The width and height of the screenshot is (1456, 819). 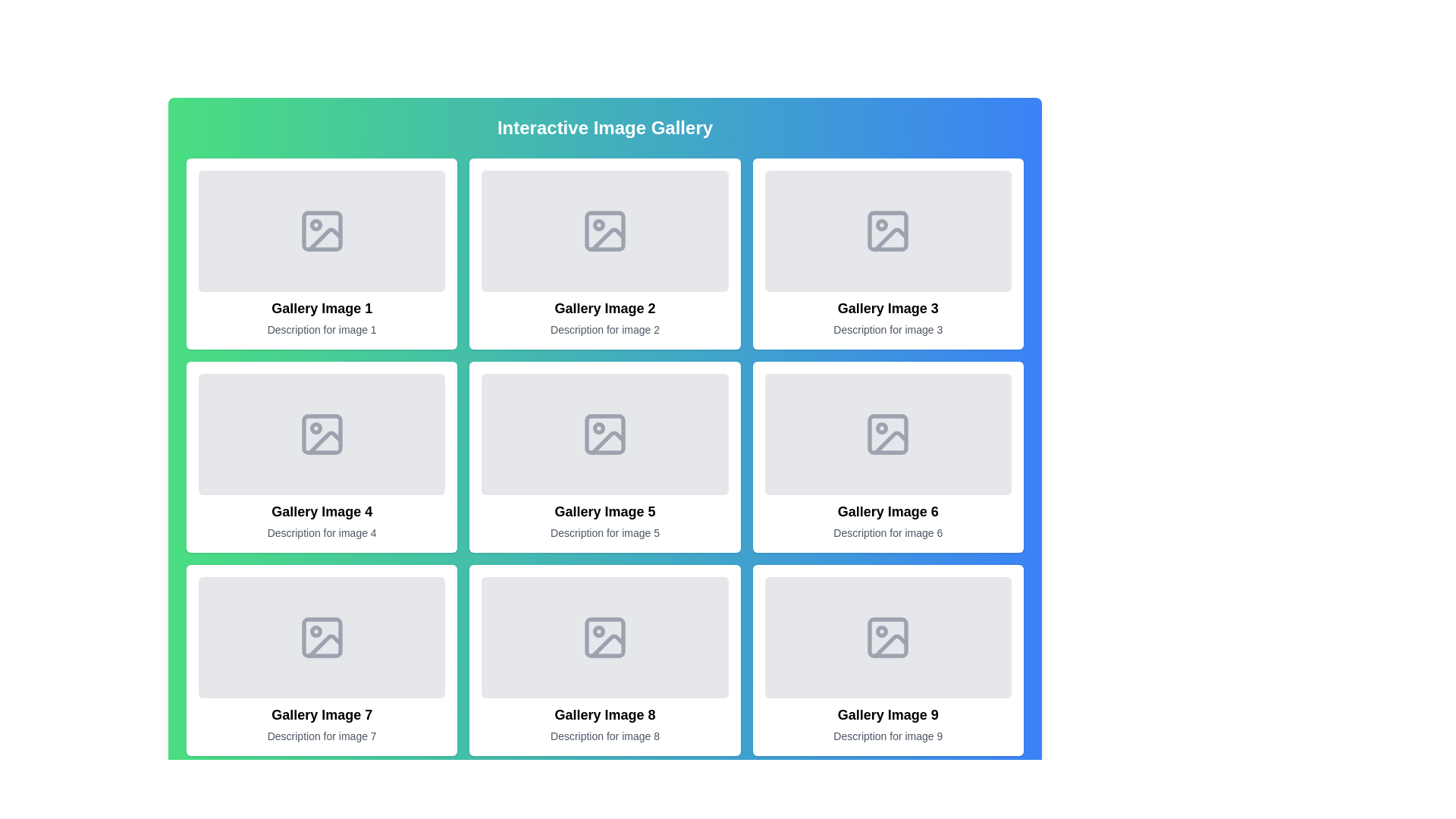 I want to click on the placeholder for an image located in the central column and second row of the grid, so click(x=604, y=435).